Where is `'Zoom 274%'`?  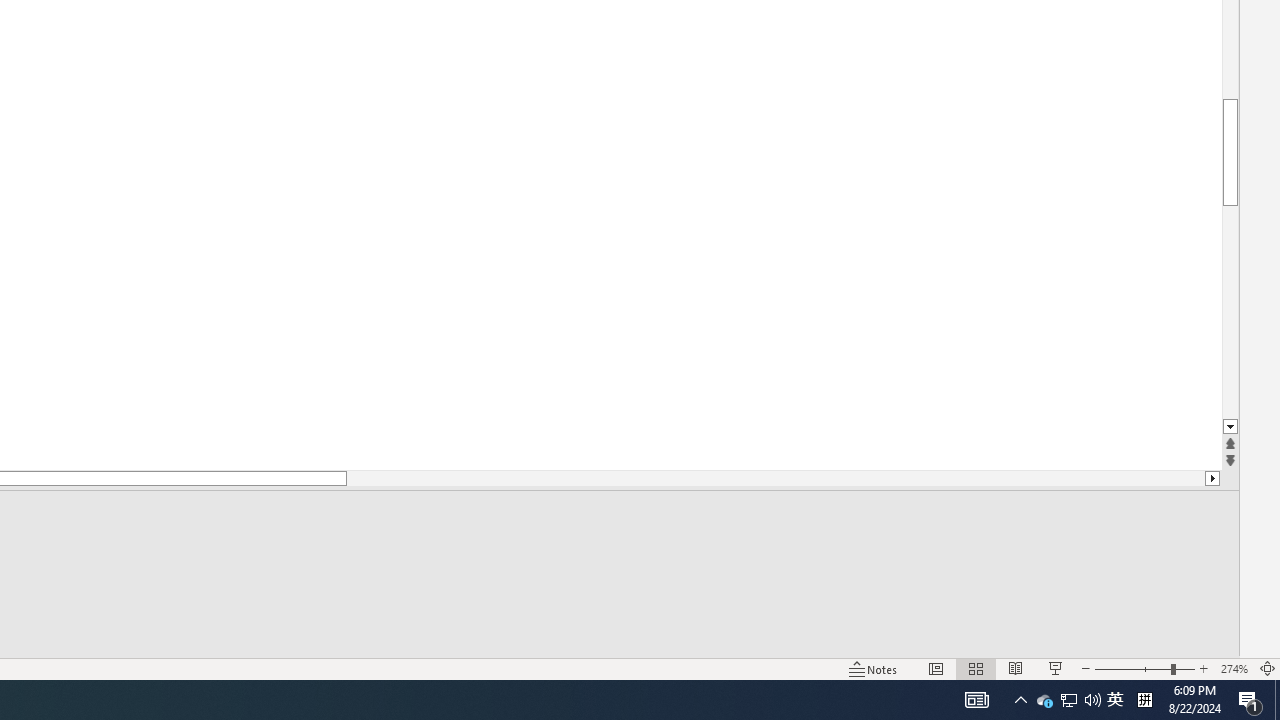 'Zoom 274%' is located at coordinates (1233, 669).